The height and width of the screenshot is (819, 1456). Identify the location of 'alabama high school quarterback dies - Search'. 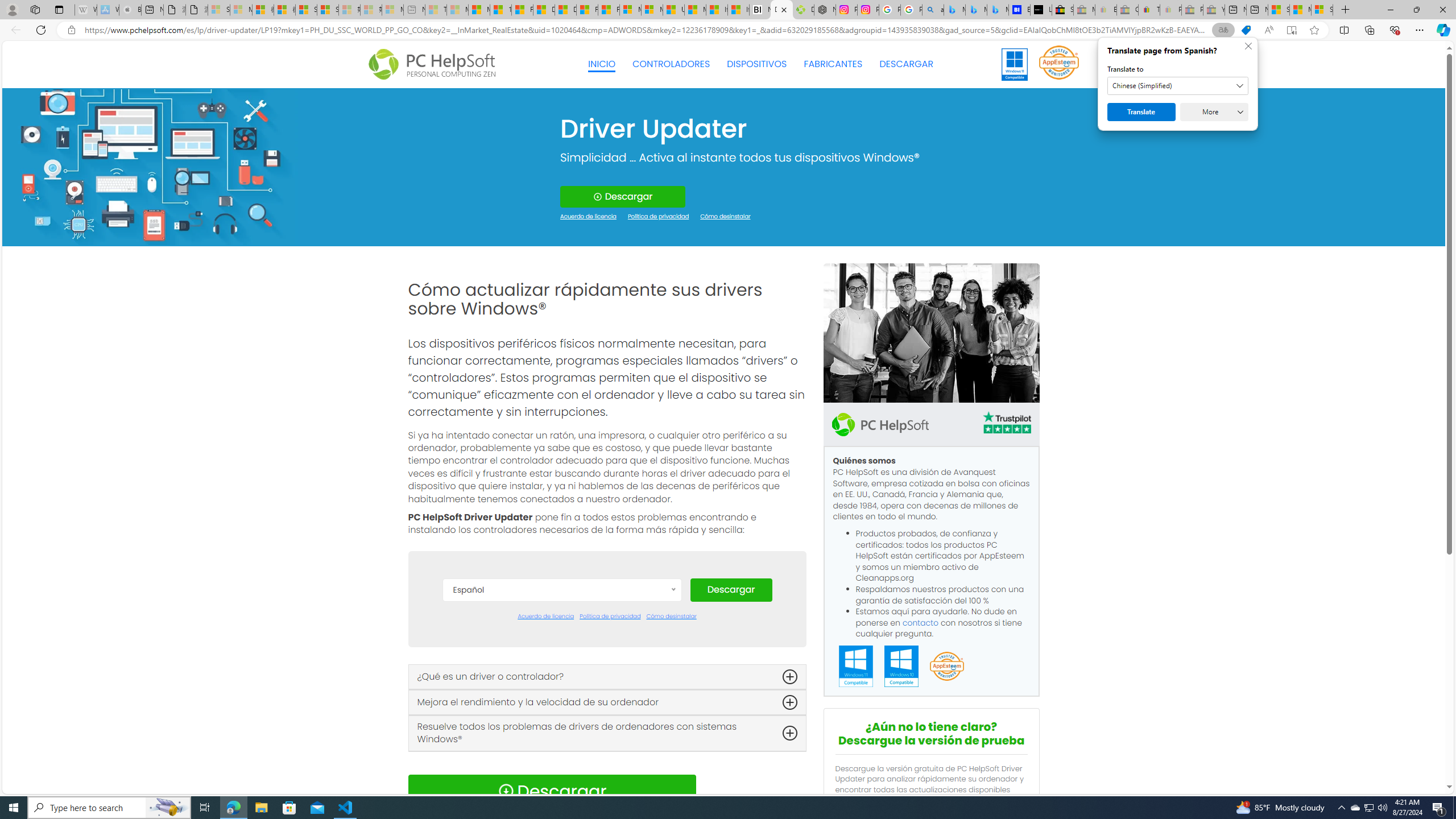
(932, 9).